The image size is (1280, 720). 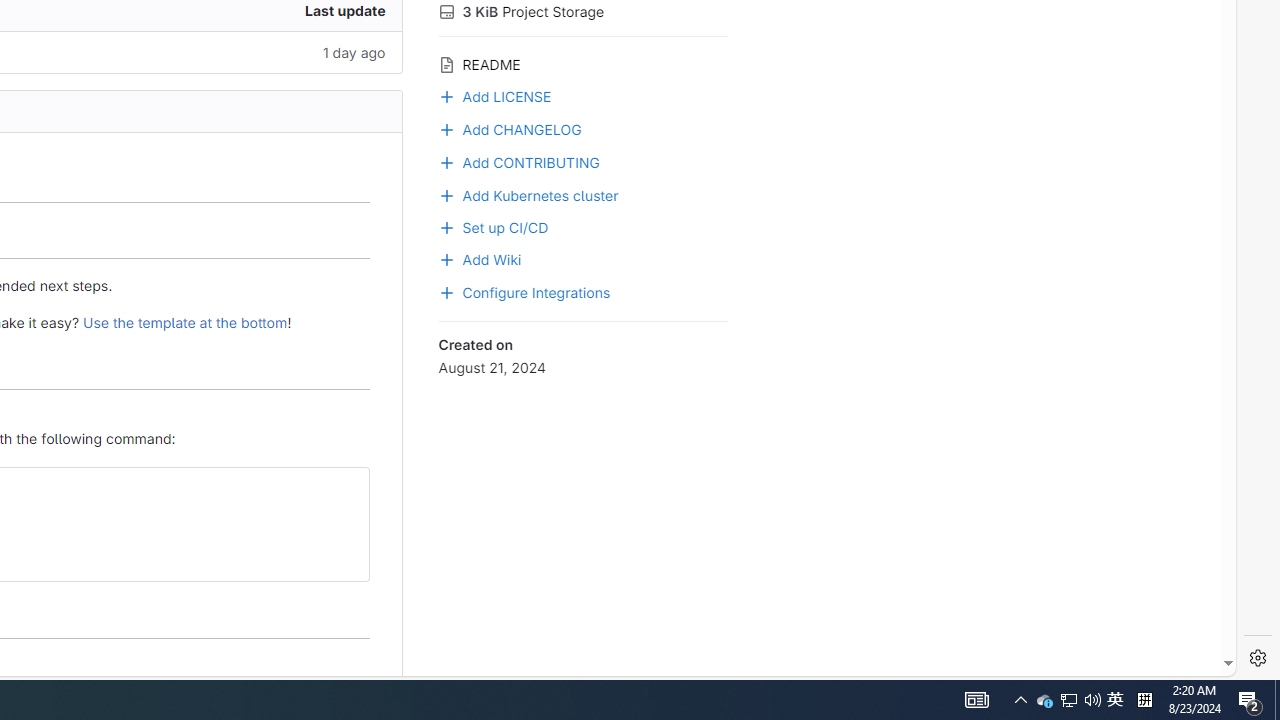 What do you see at coordinates (582, 160) in the screenshot?
I see `'Add CONTRIBUTING'` at bounding box center [582, 160].